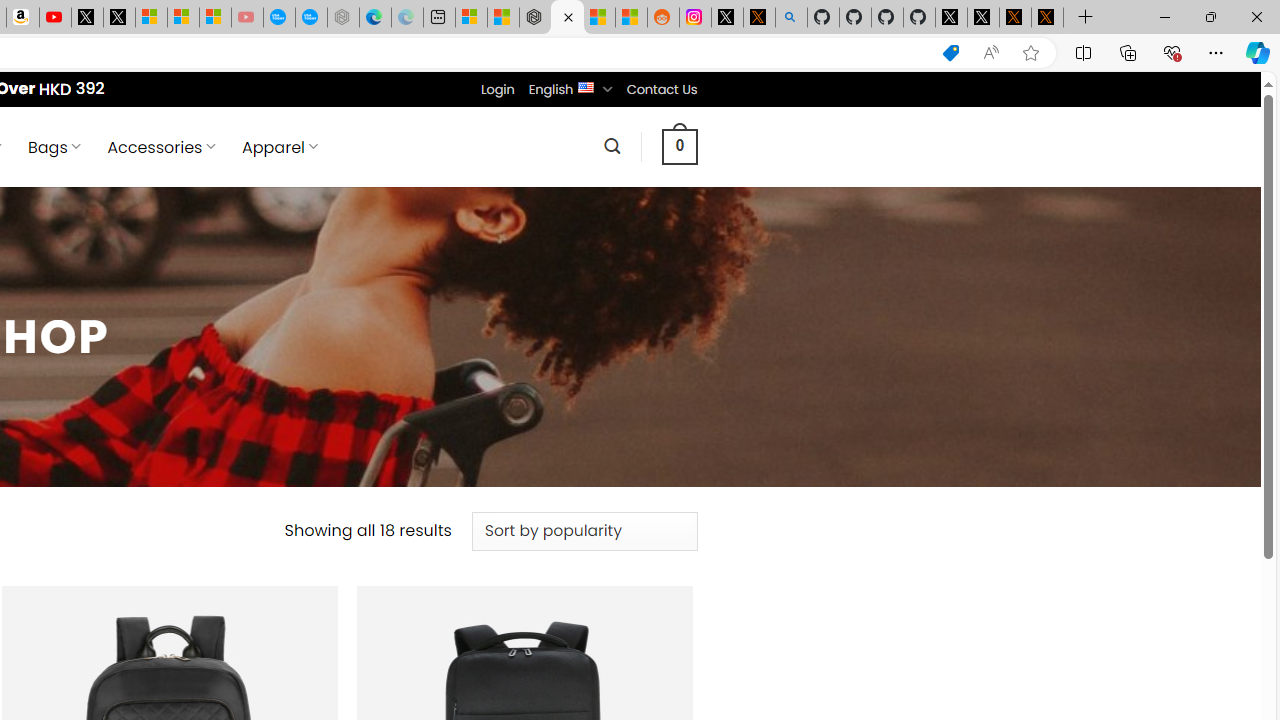  Describe the element at coordinates (566, 17) in the screenshot. I see `'Nordace - Products Archive'` at that location.